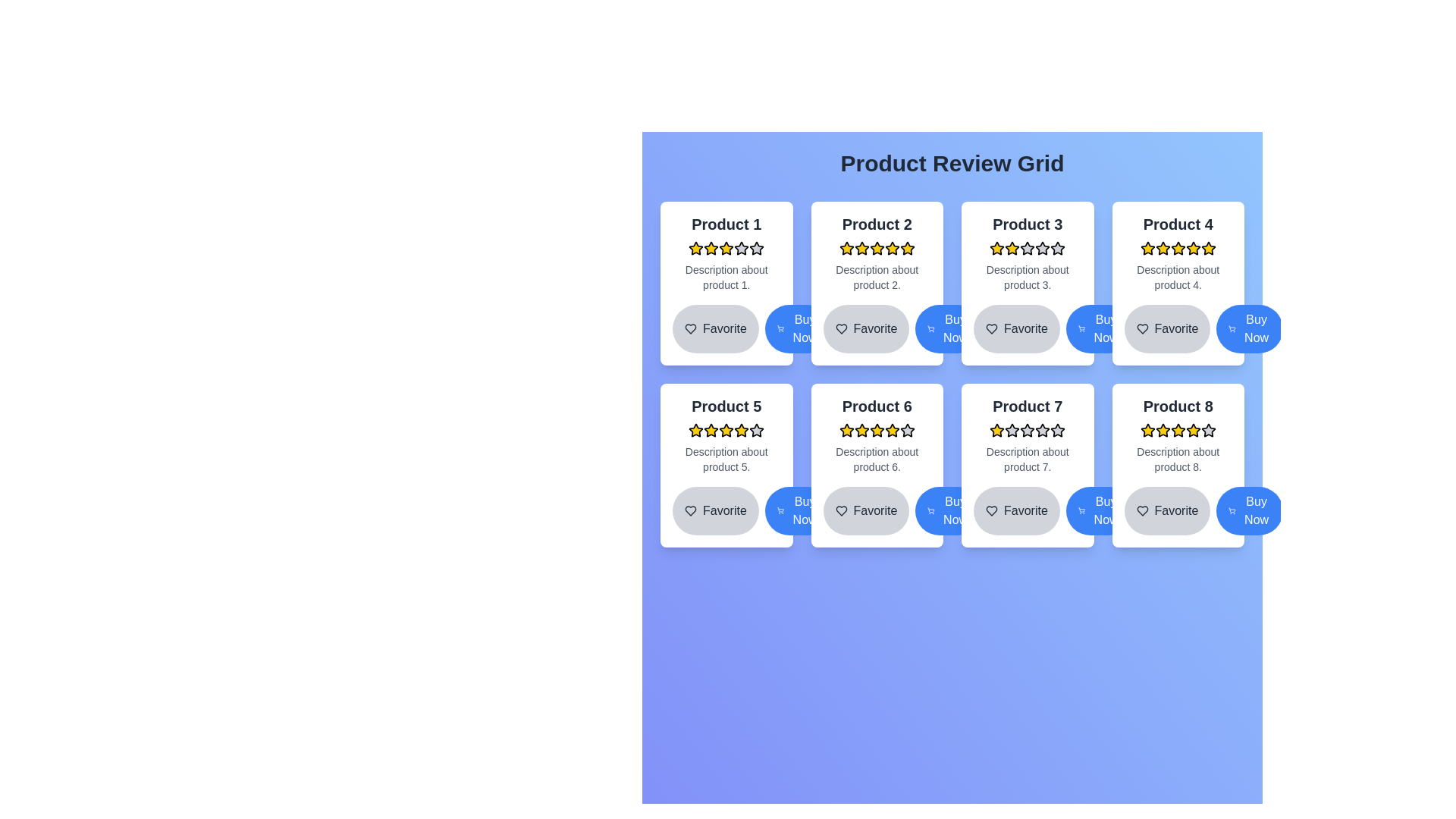 This screenshot has width=1456, height=819. I want to click on the 'Buy Now' button located at the bottom-right corner of the card for 'Product 7' to observe the hover effect, so click(1099, 511).